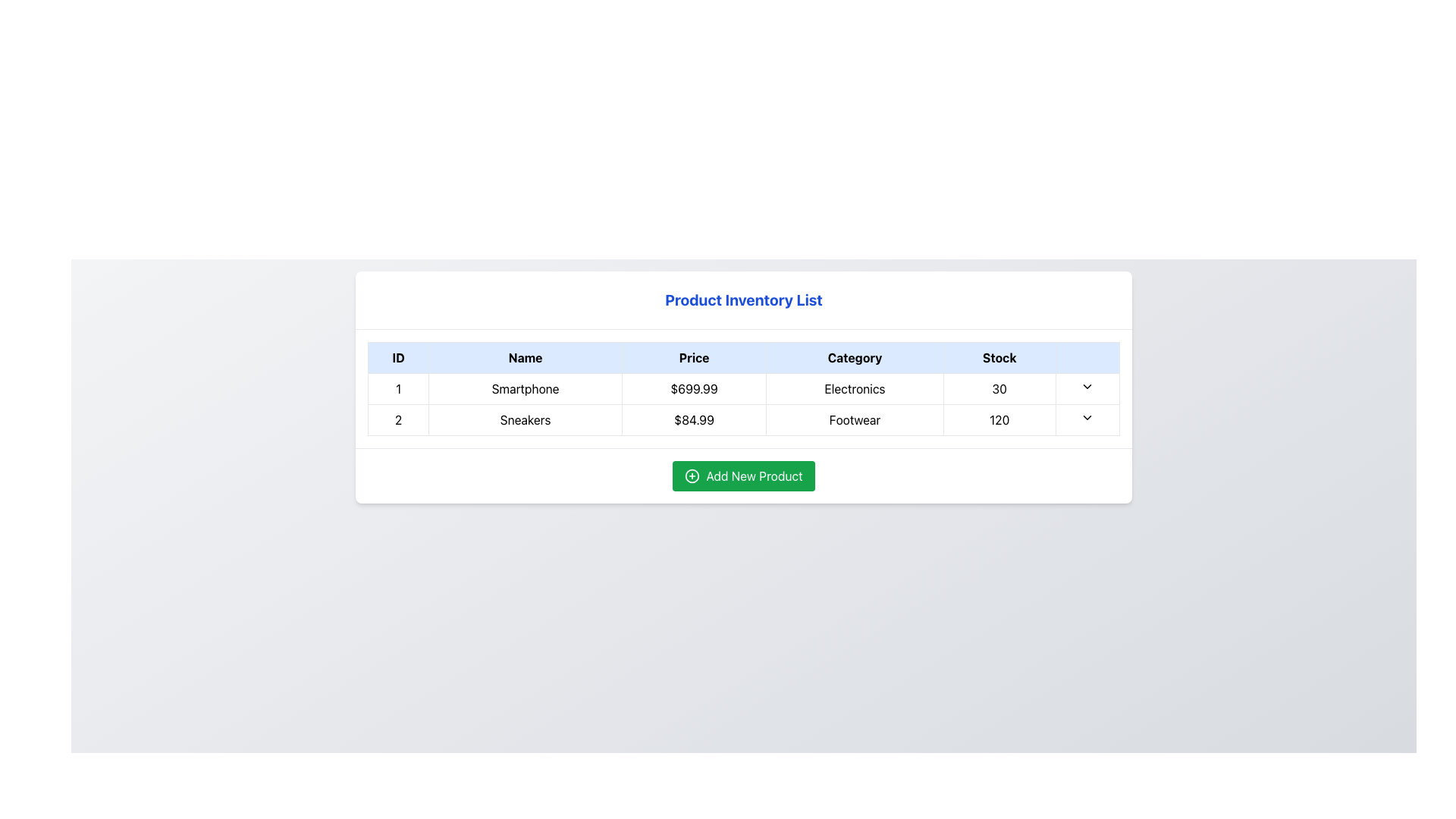  Describe the element at coordinates (855, 357) in the screenshot. I see `text label that serves as the column header for product categories, specifically the fourth entry in the header row labeled 'Category'` at that location.